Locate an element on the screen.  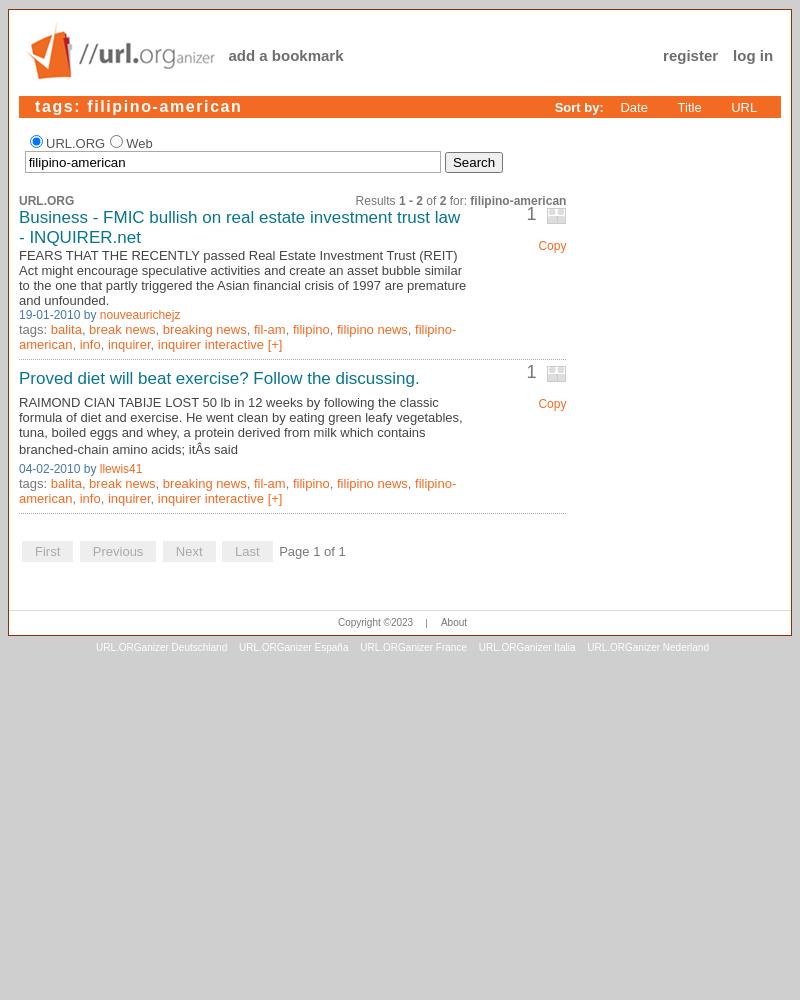
'Copyright ©2023' is located at coordinates (375, 621).